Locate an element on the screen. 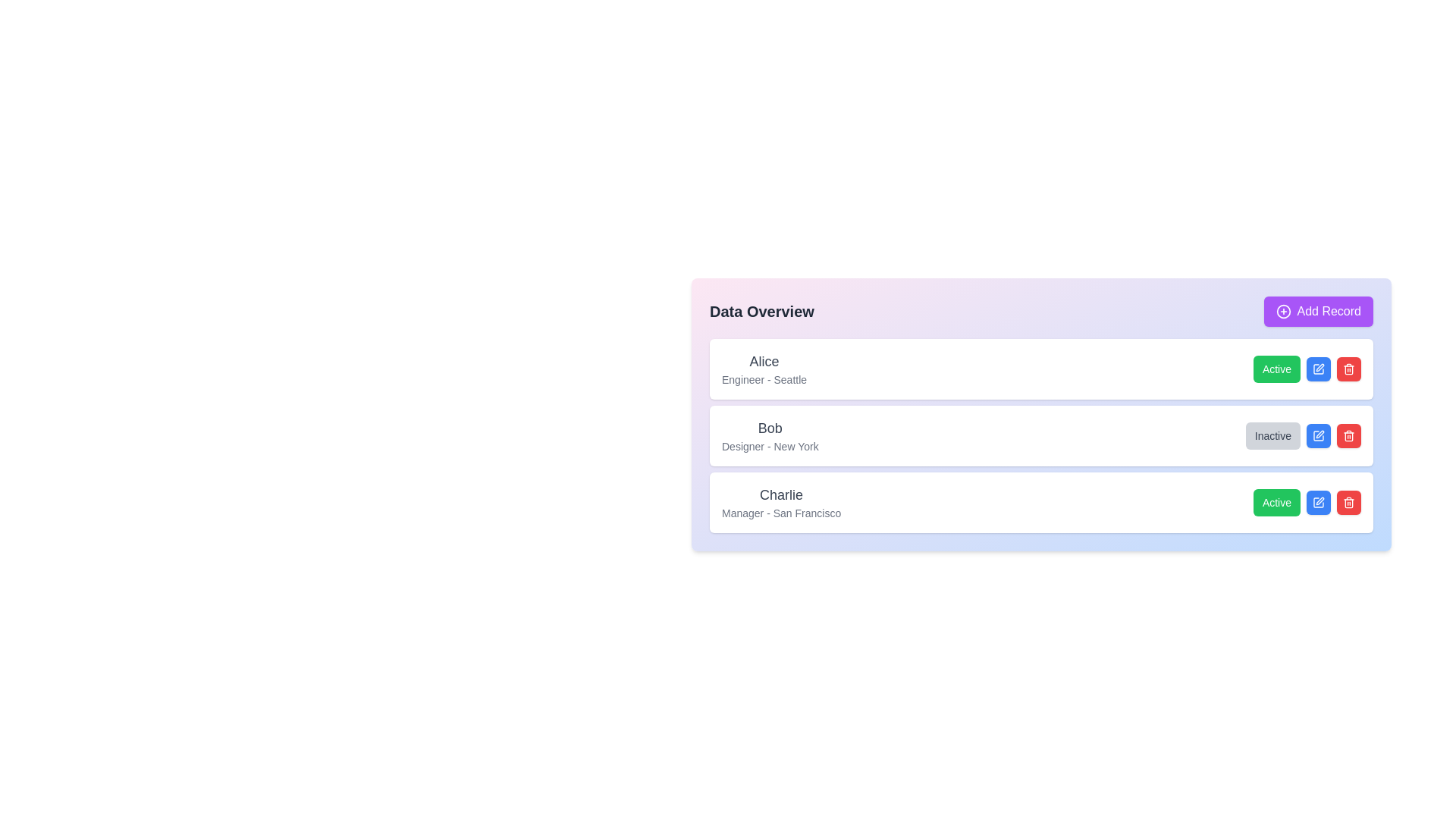 The image size is (1456, 819). the icon that visually represents the action to add a new record, located in the top-right corner of the panel, within the 'Add Record' button is located at coordinates (1282, 311).